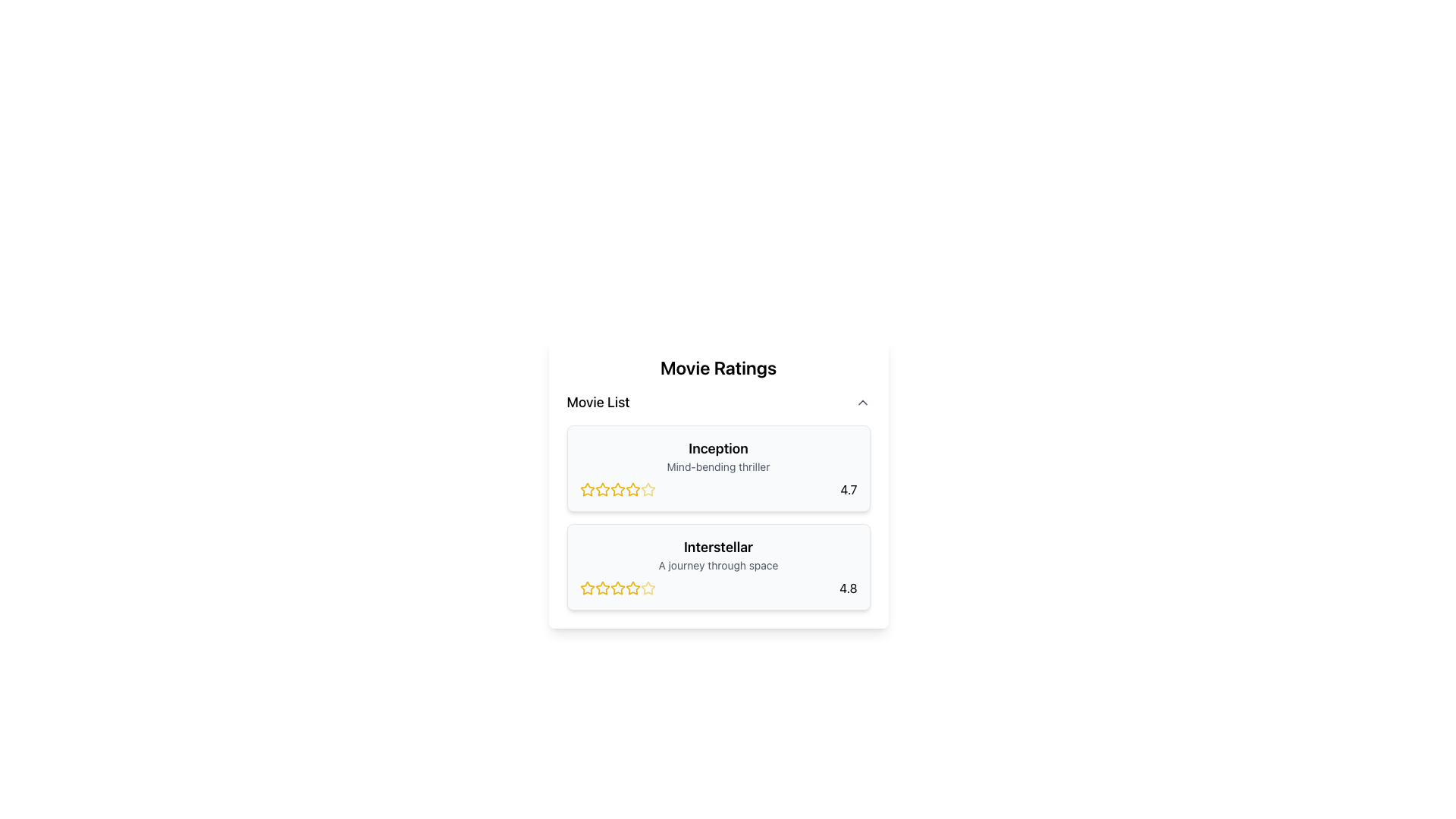 The height and width of the screenshot is (819, 1456). What do you see at coordinates (717, 402) in the screenshot?
I see `the content of the Label or Dropdown Header located below the 'Movie Ratings' header and above the list of movies` at bounding box center [717, 402].